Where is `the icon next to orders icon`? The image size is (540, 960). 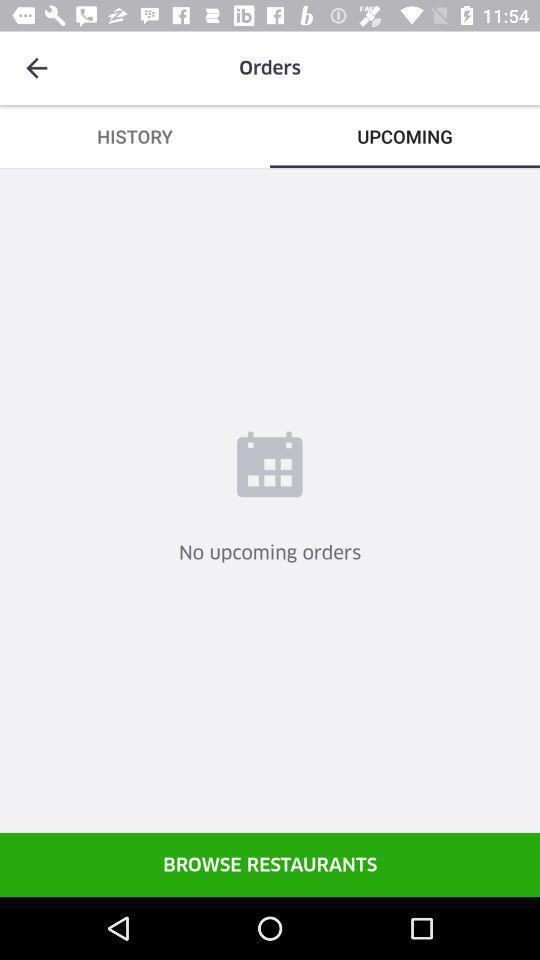
the icon next to orders icon is located at coordinates (36, 68).